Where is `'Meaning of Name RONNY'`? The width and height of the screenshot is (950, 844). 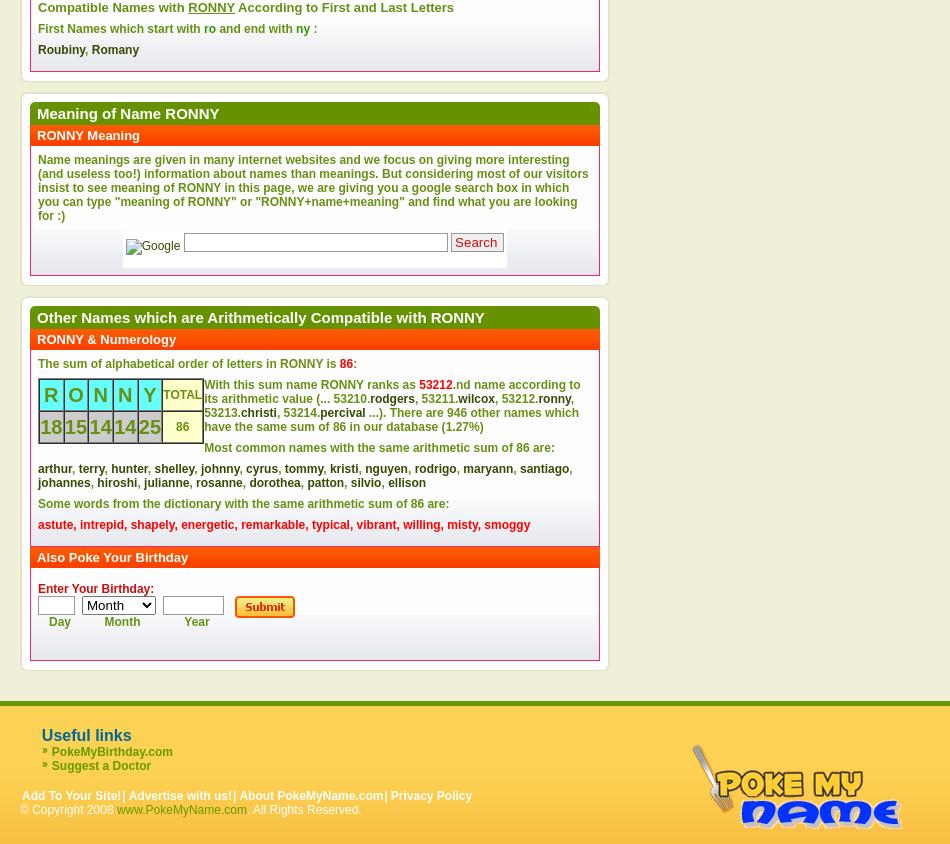
'Meaning of Name RONNY' is located at coordinates (127, 113).